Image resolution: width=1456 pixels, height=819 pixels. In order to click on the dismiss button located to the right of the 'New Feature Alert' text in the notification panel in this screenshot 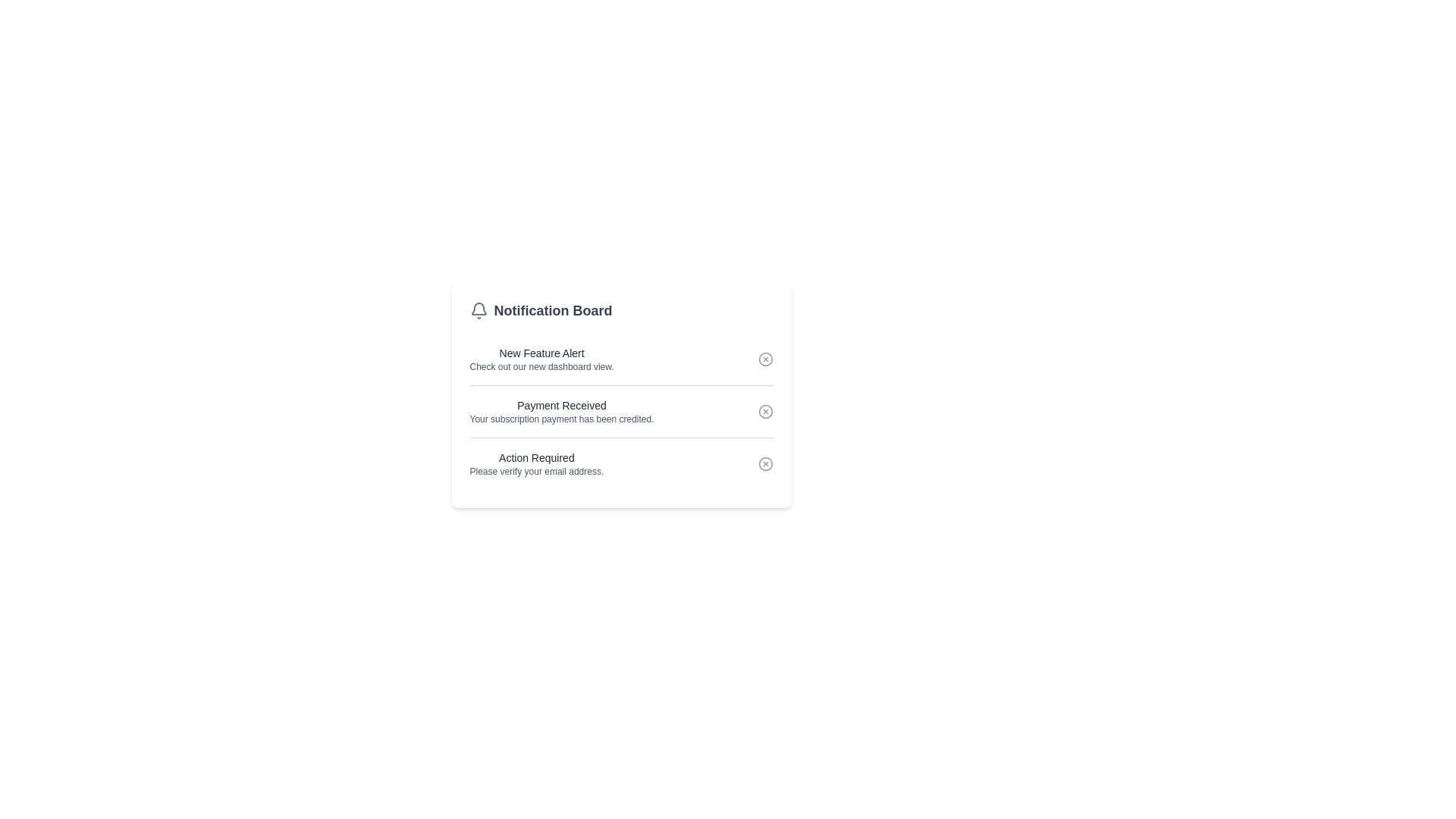, I will do `click(765, 359)`.